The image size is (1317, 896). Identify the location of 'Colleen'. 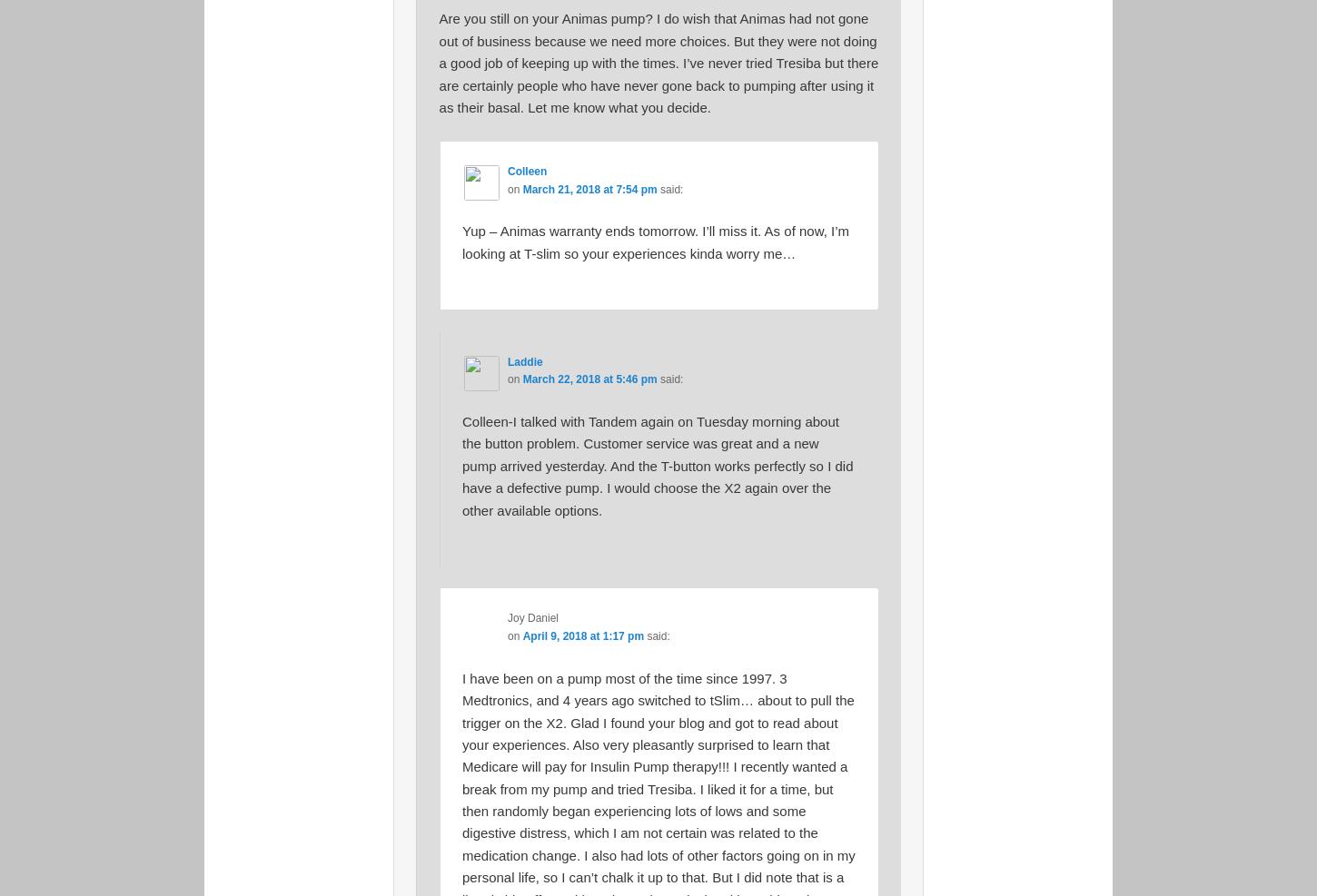
(506, 171).